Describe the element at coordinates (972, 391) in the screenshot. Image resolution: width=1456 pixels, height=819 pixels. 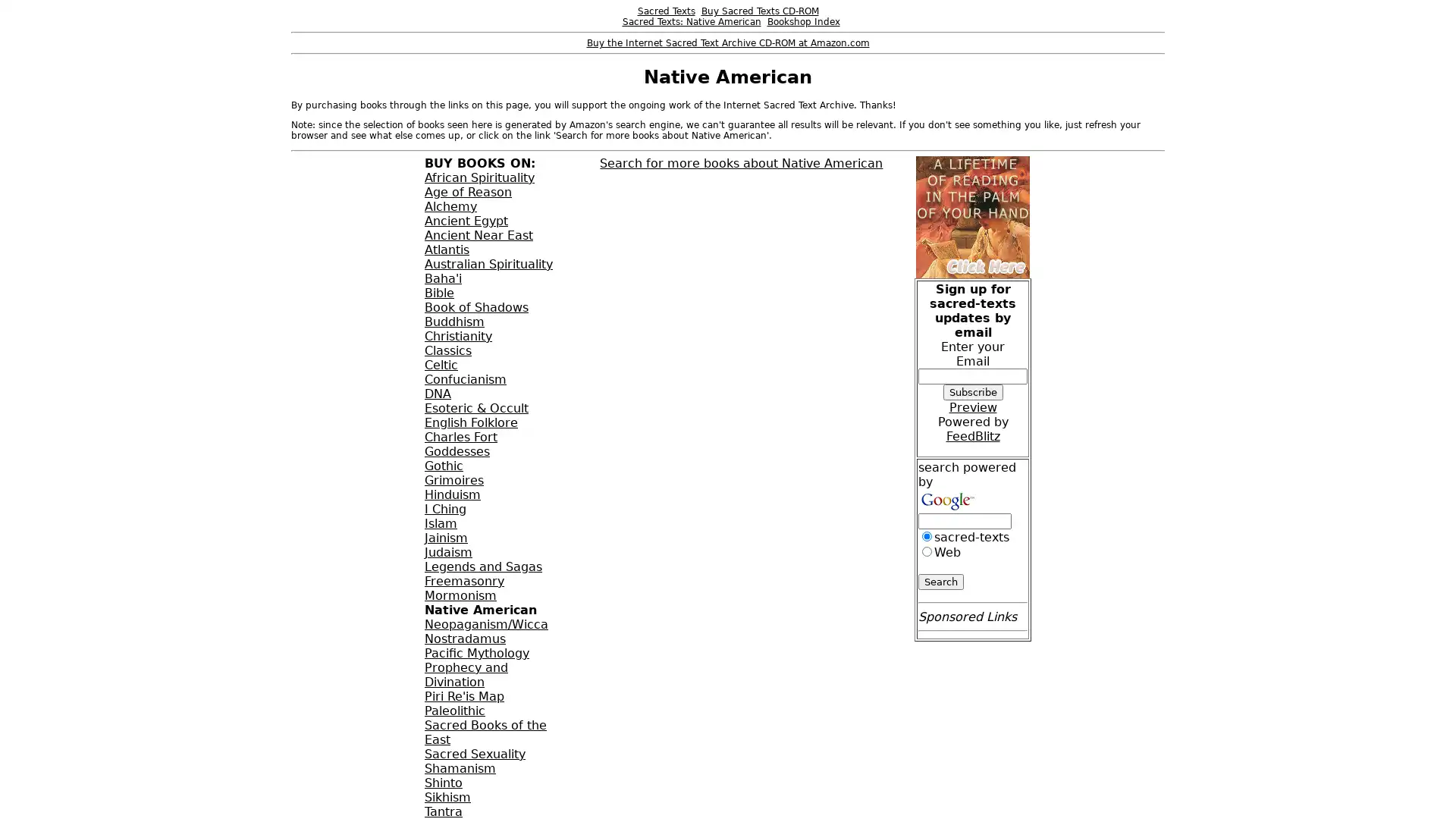
I see `Subscribe` at that location.